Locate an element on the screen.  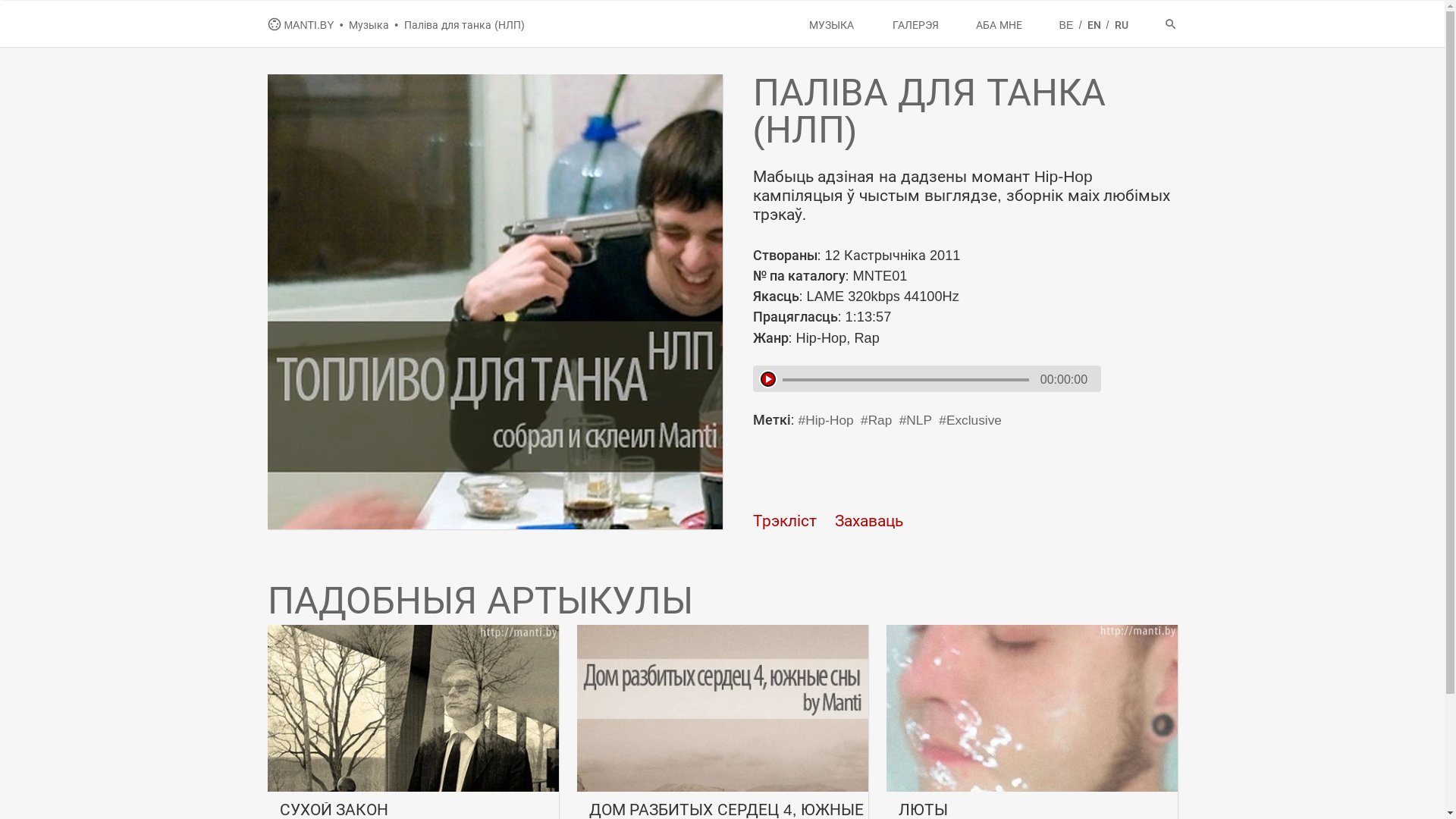
'Exclusive' is located at coordinates (969, 420).